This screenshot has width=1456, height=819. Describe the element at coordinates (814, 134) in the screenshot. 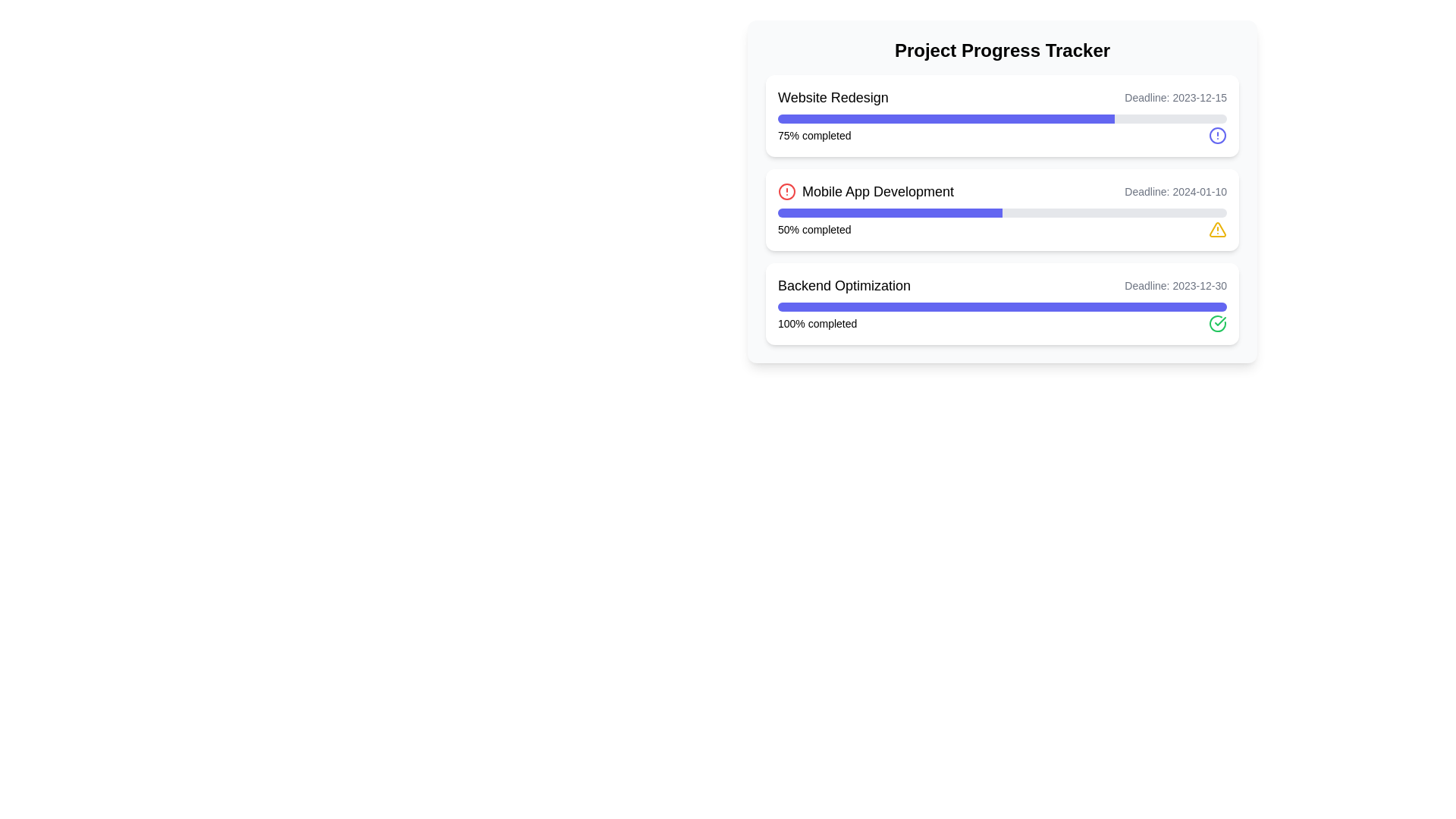

I see `the text label displaying '75% completed', which is located below the 'Website Redesign' label and aligned with the progress bar` at that location.